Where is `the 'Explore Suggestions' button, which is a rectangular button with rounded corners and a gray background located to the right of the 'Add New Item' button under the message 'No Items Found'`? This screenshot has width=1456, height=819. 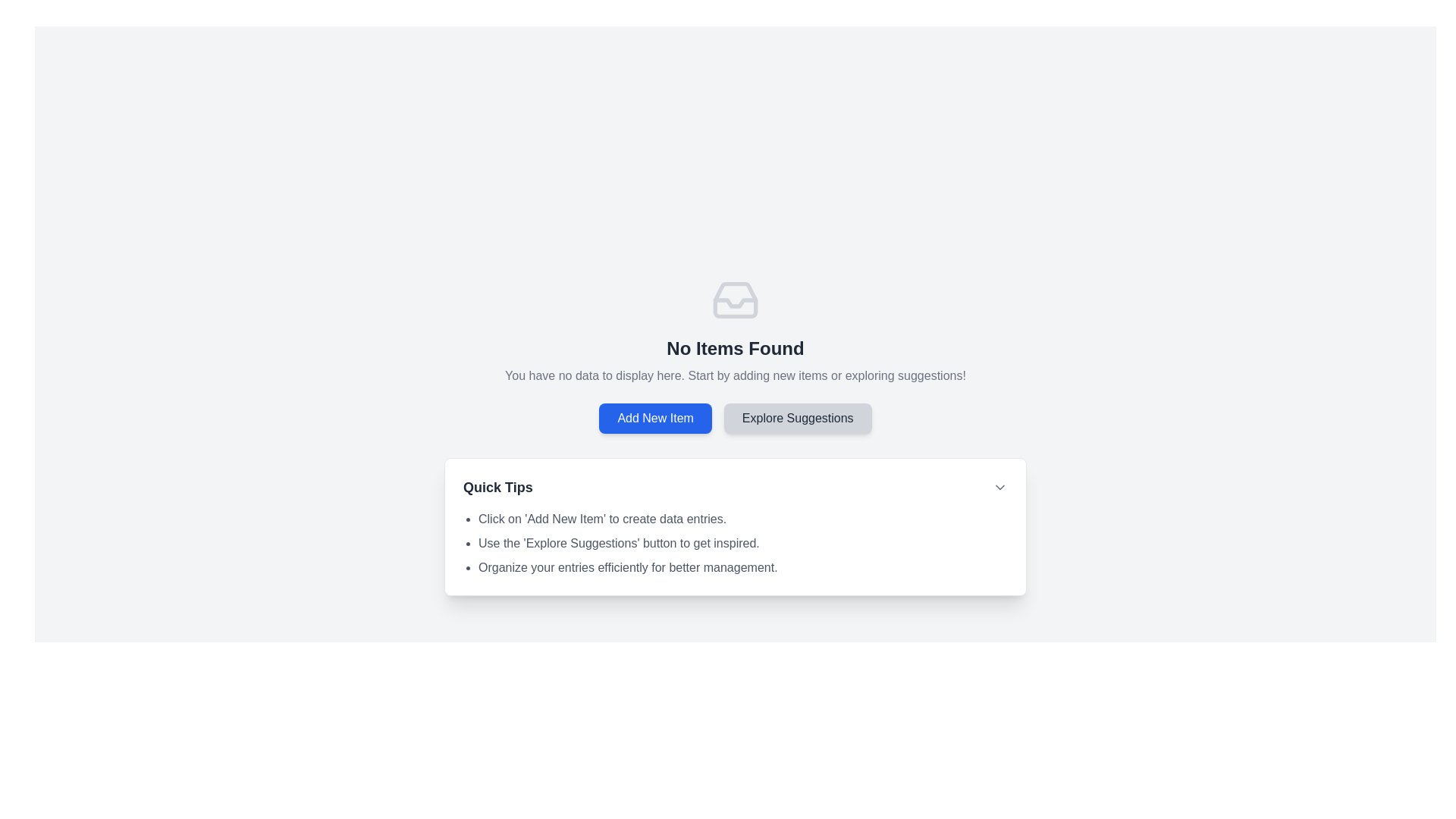
the 'Explore Suggestions' button, which is a rectangular button with rounded corners and a gray background located to the right of the 'Add New Item' button under the message 'No Items Found' is located at coordinates (797, 418).